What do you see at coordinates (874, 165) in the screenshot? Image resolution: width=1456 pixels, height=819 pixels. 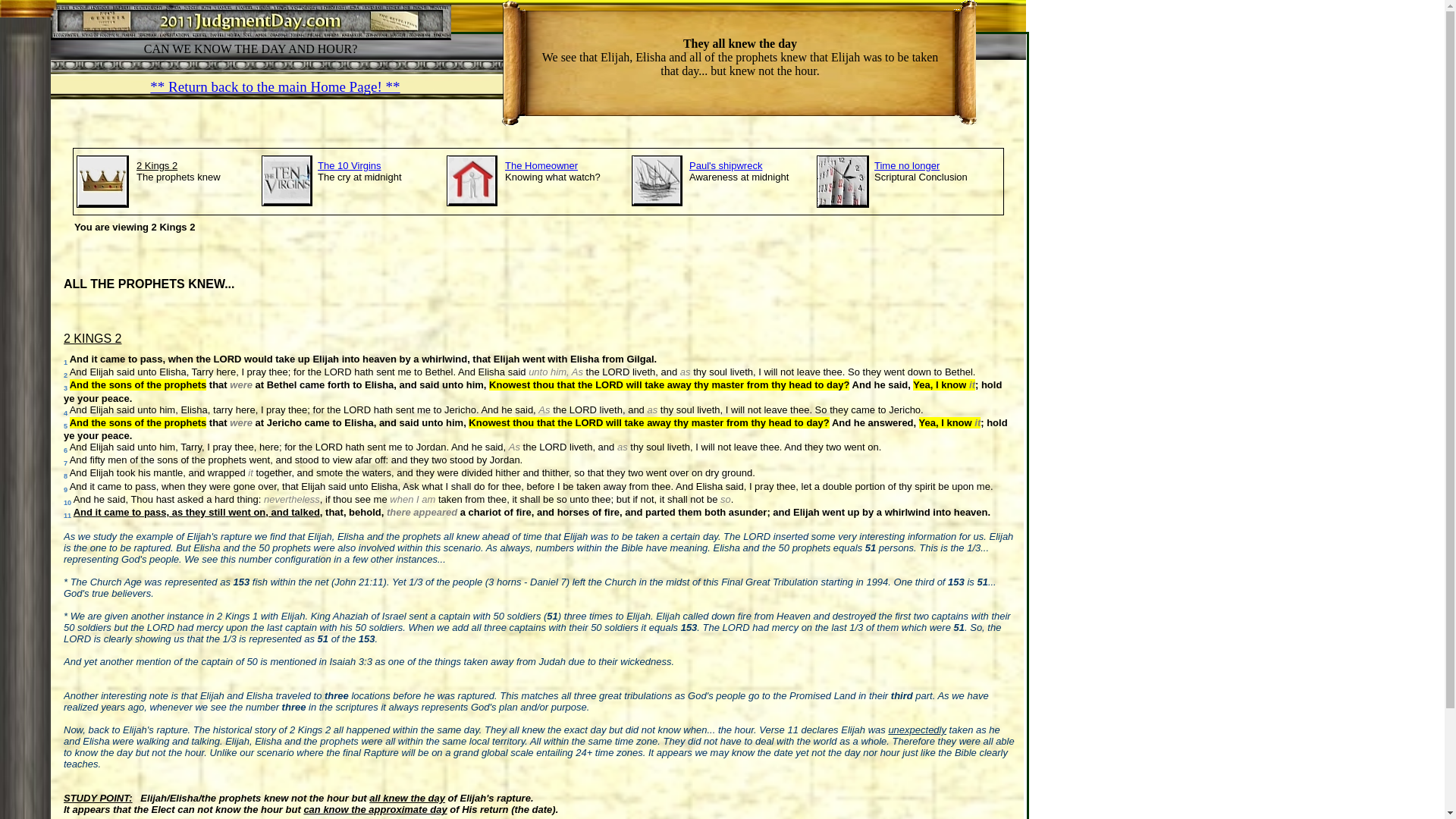 I see `'Time no longer'` at bounding box center [874, 165].